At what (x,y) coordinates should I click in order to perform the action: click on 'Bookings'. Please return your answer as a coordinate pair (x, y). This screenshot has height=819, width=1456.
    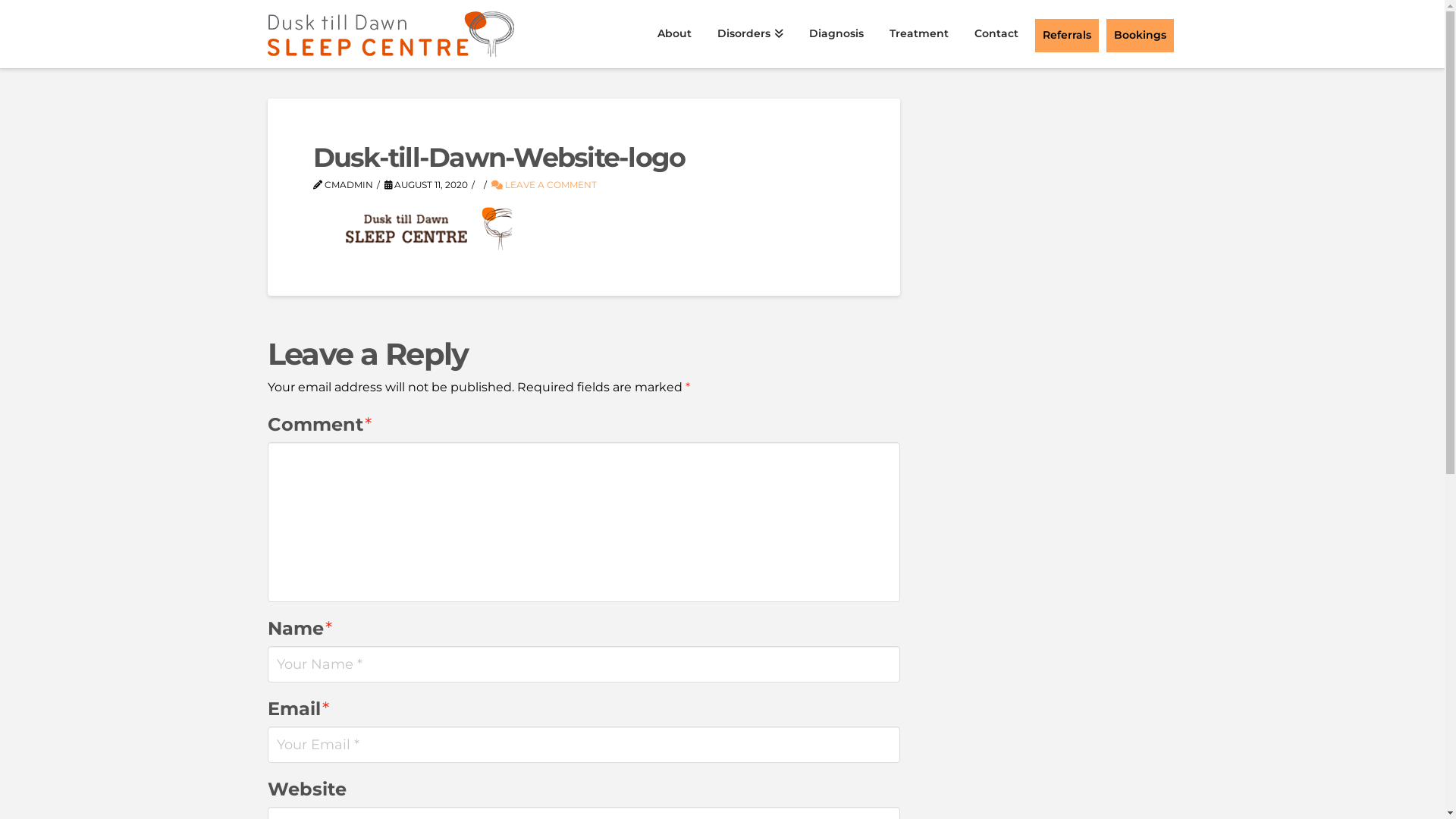
    Looking at the image, I should click on (1139, 34).